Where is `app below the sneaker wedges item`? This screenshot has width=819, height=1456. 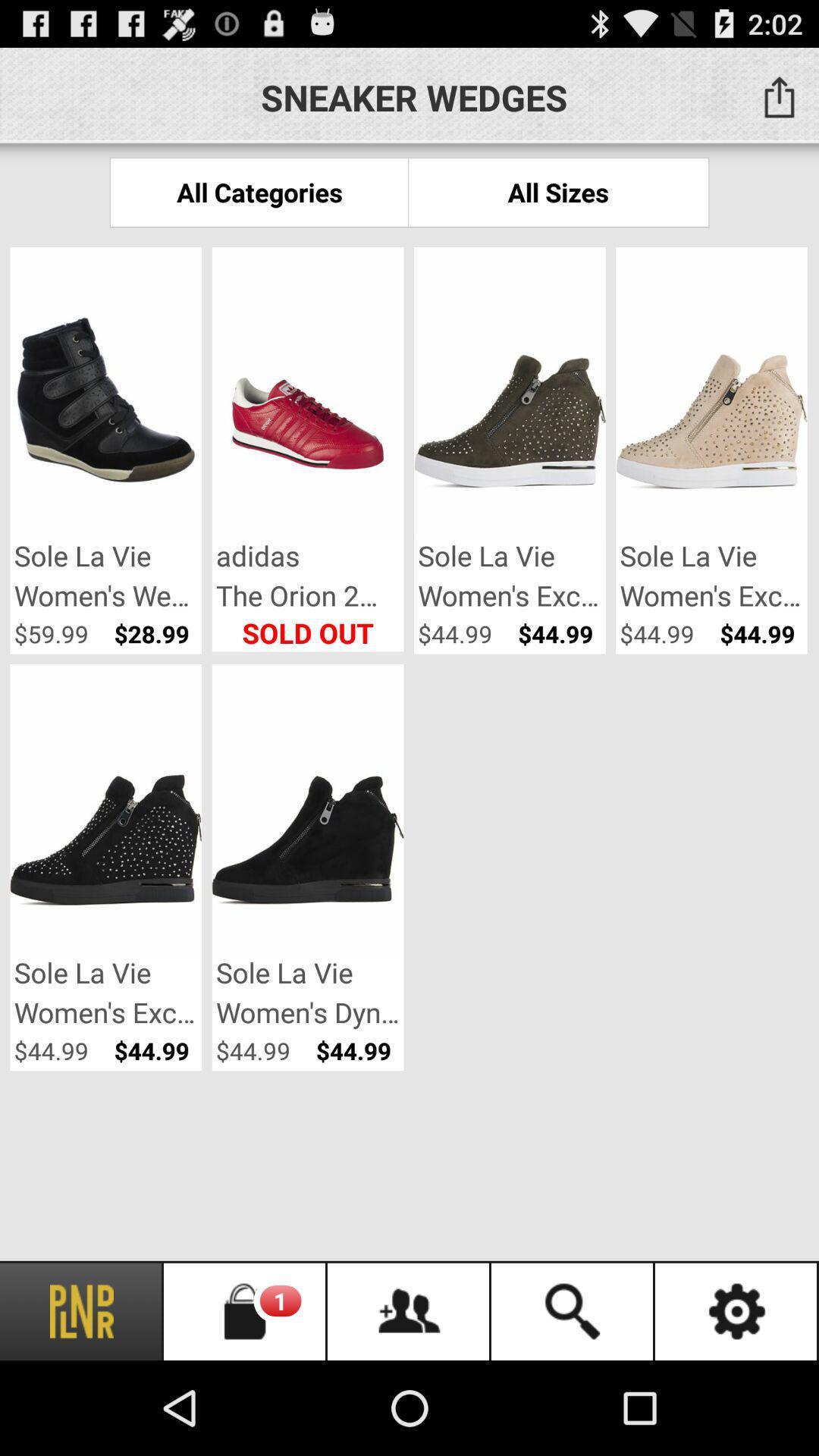 app below the sneaker wedges item is located at coordinates (558, 191).